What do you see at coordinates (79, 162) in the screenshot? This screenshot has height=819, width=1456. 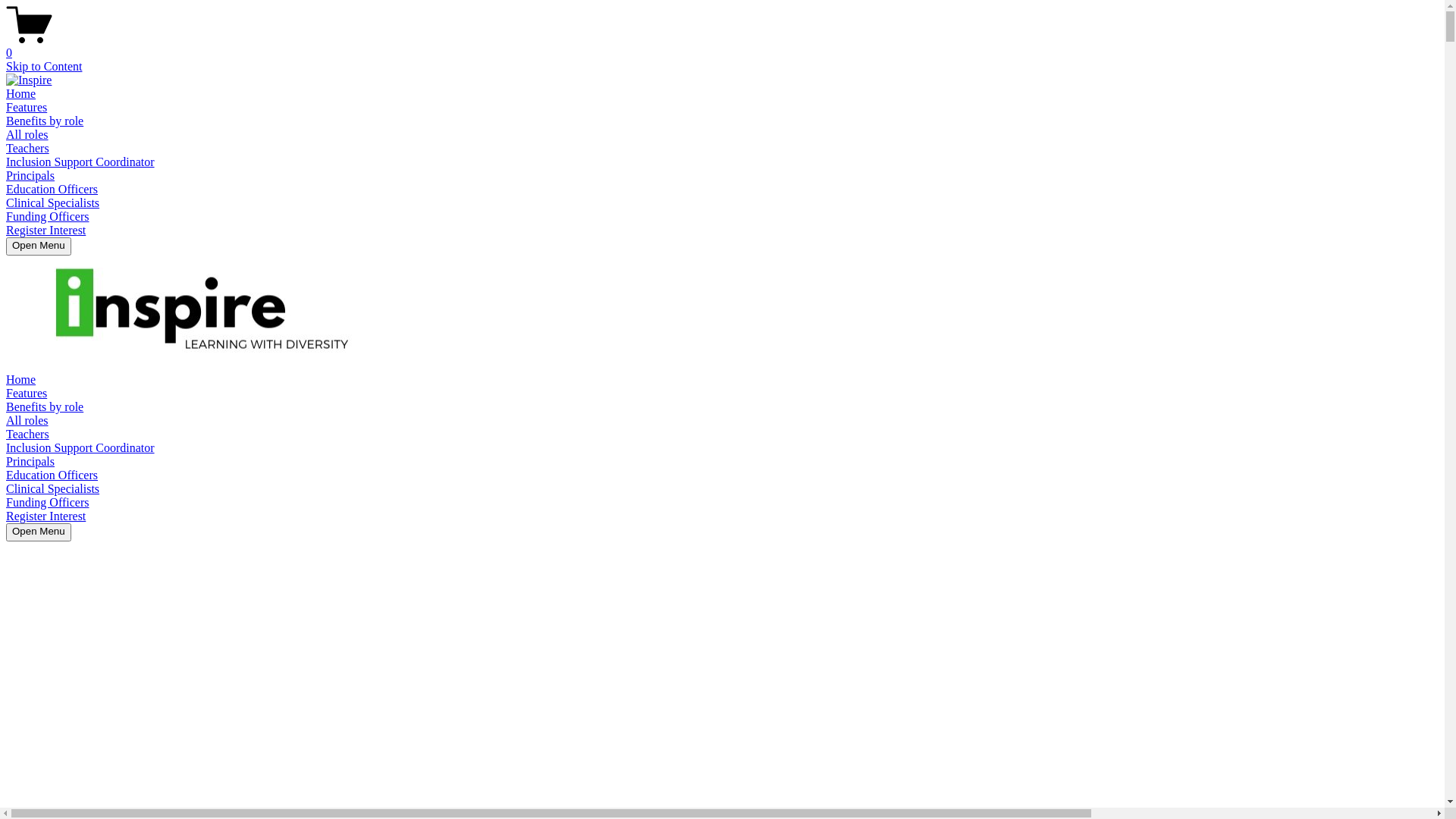 I see `'Inclusion Support Coordinator'` at bounding box center [79, 162].